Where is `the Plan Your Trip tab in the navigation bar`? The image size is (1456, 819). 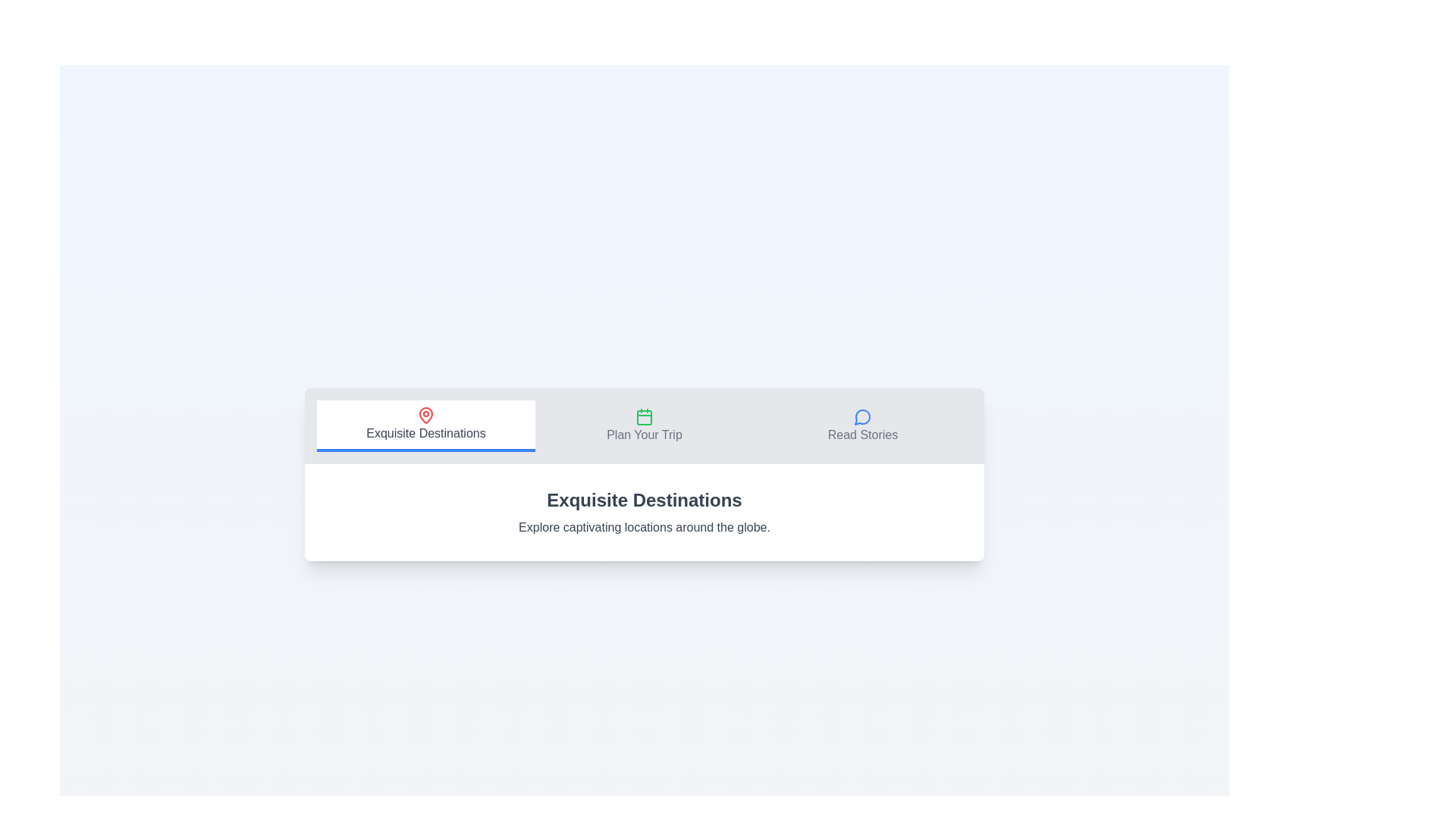
the Plan Your Trip tab in the navigation bar is located at coordinates (644, 426).